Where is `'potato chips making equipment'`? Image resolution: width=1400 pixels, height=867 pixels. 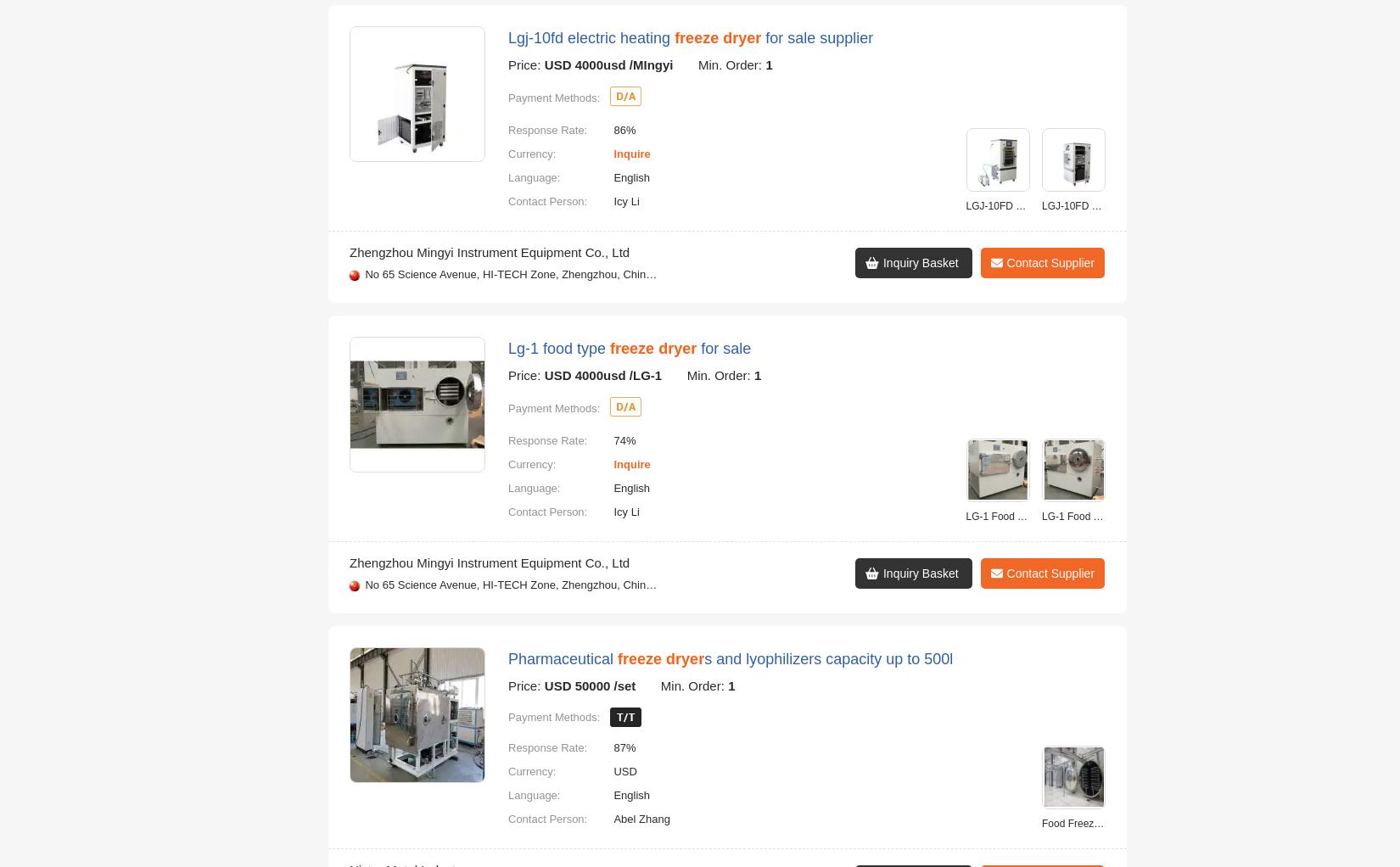 'potato chips making equipment' is located at coordinates (883, 613).